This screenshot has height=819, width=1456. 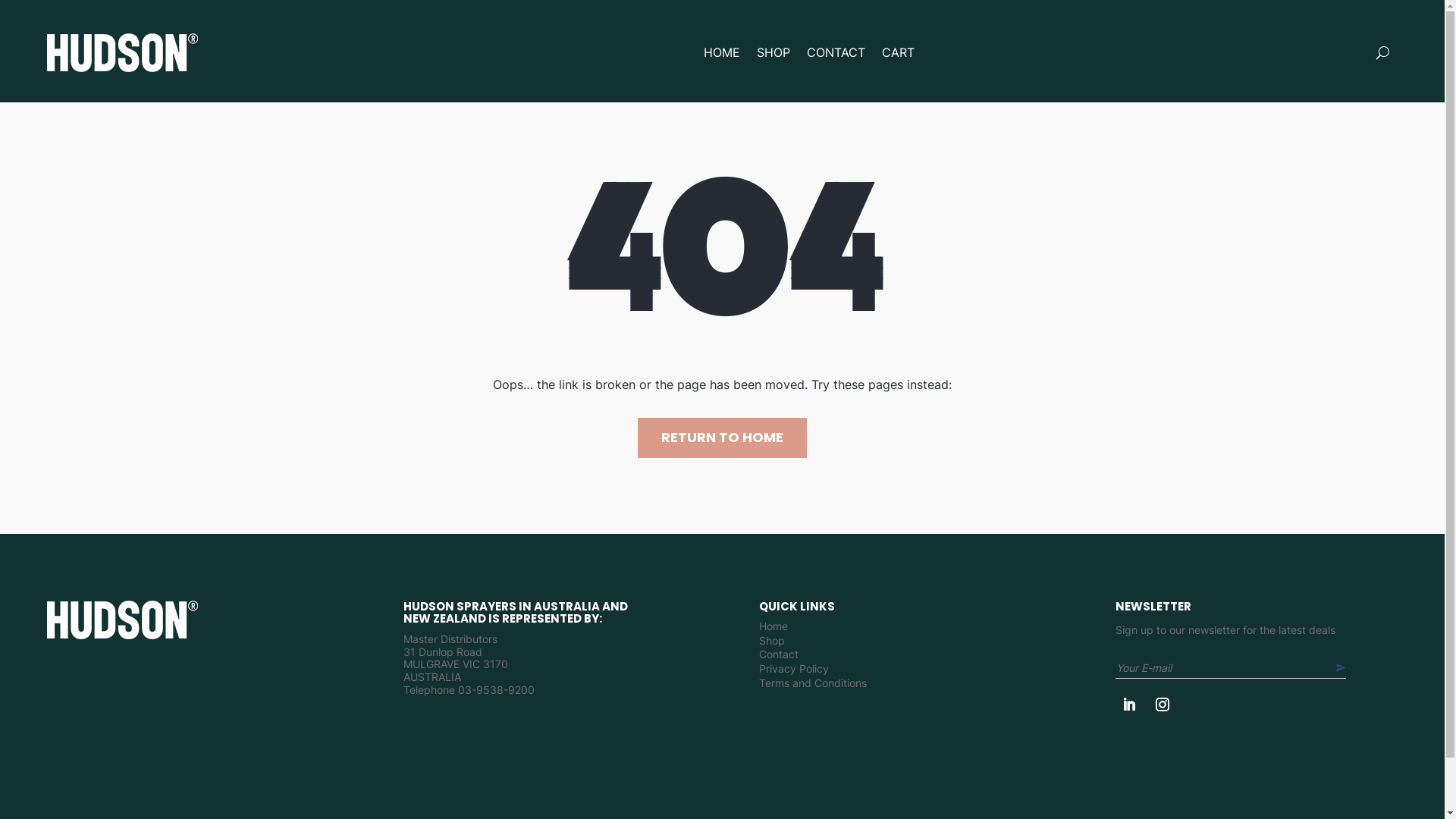 What do you see at coordinates (1128, 704) in the screenshot?
I see `'Follow on LinkedIn'` at bounding box center [1128, 704].